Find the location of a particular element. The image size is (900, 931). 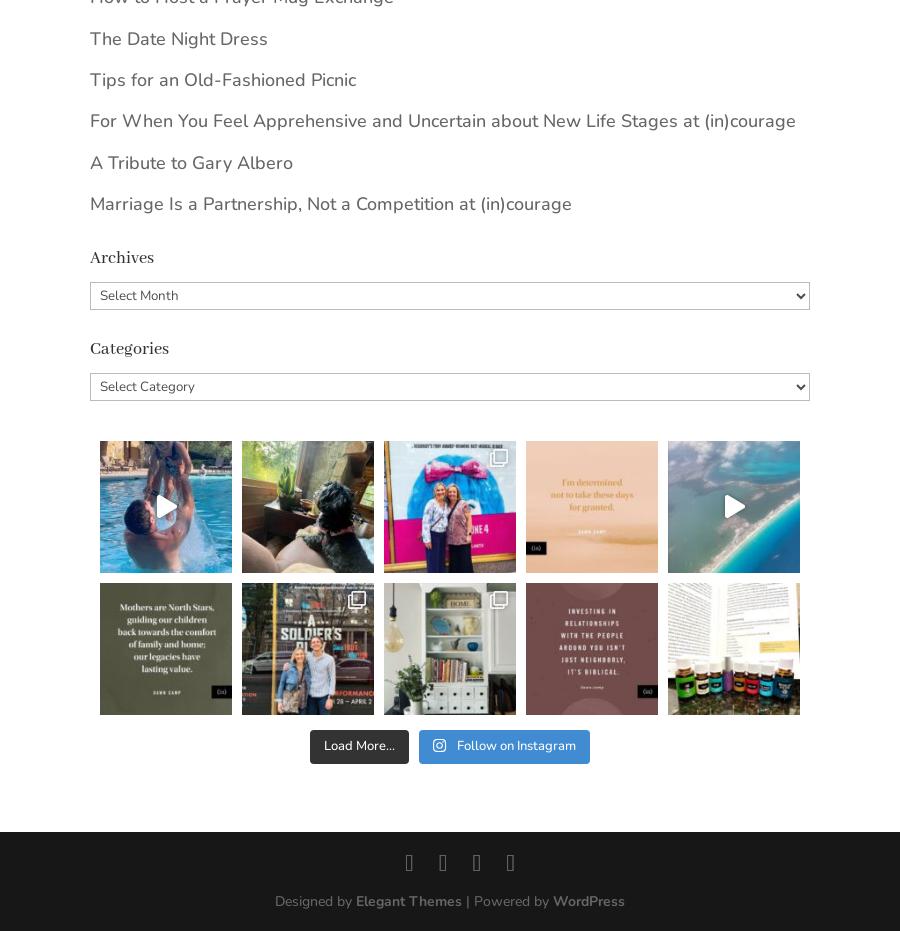

'Follow on Instagram' is located at coordinates (455, 746).